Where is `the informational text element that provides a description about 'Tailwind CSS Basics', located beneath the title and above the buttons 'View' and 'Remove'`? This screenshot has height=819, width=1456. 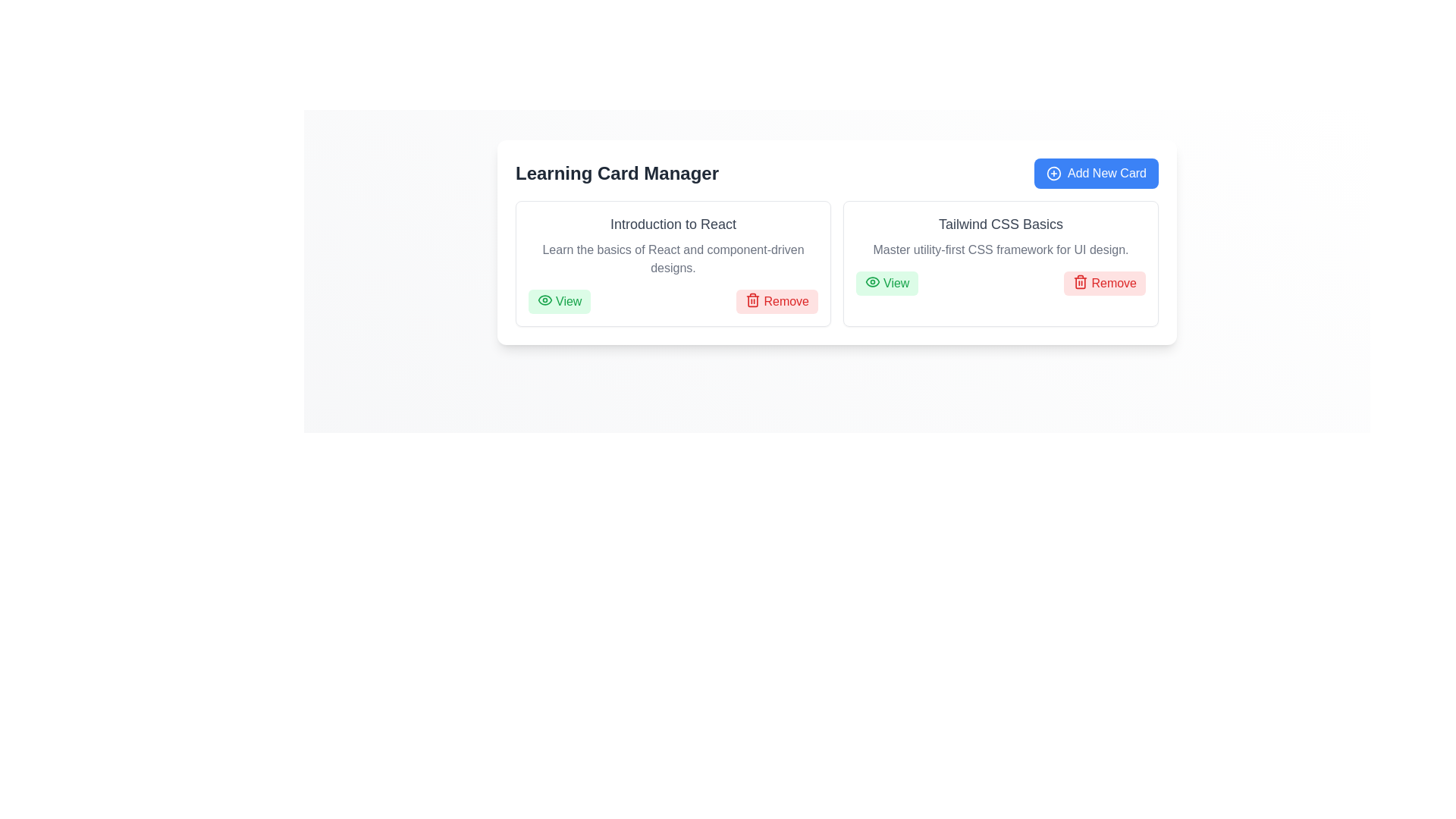 the informational text element that provides a description about 'Tailwind CSS Basics', located beneath the title and above the buttons 'View' and 'Remove' is located at coordinates (1001, 249).